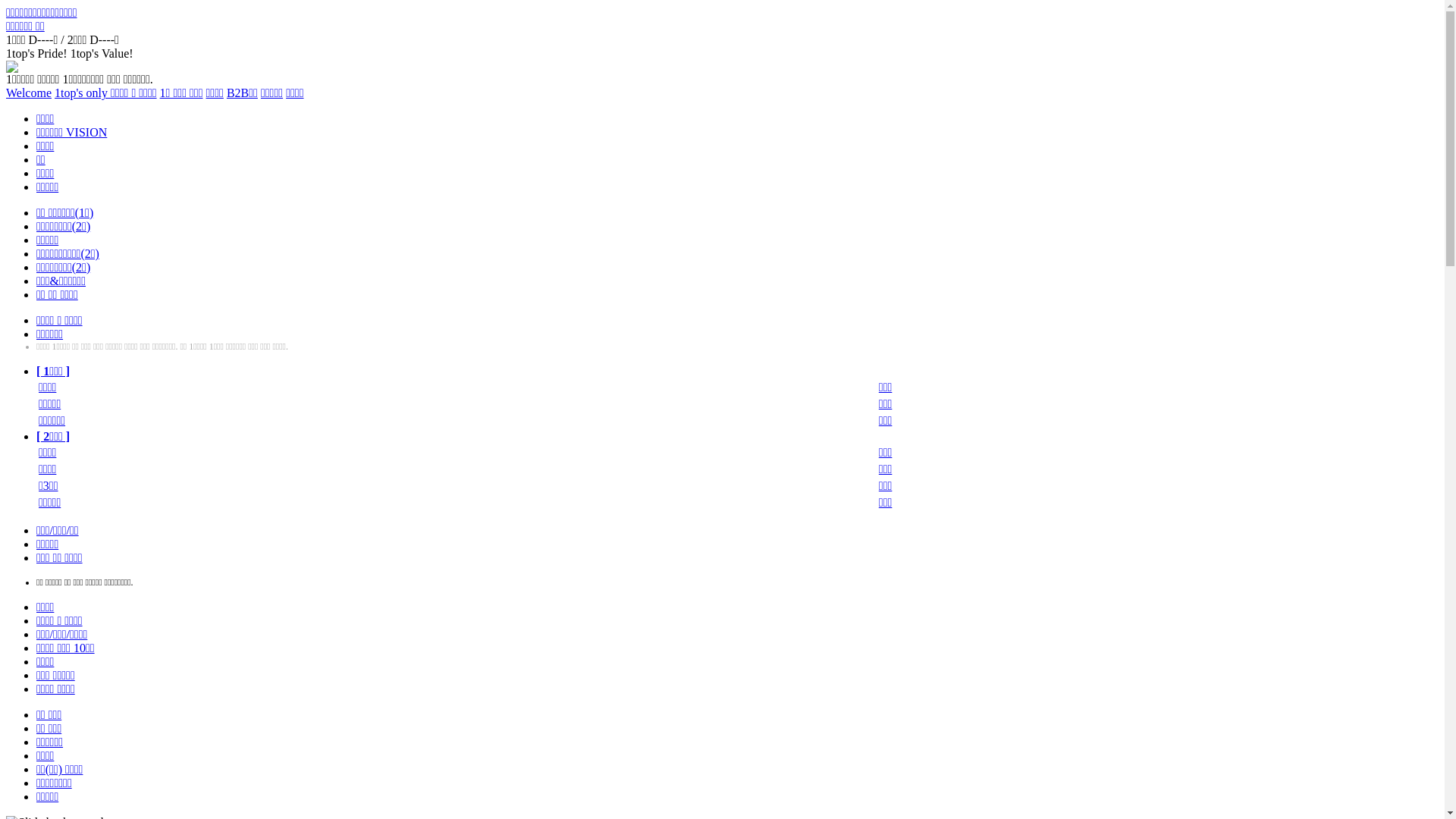 The image size is (1456, 819). Describe the element at coordinates (82, 93) in the screenshot. I see `'1top's only'` at that location.